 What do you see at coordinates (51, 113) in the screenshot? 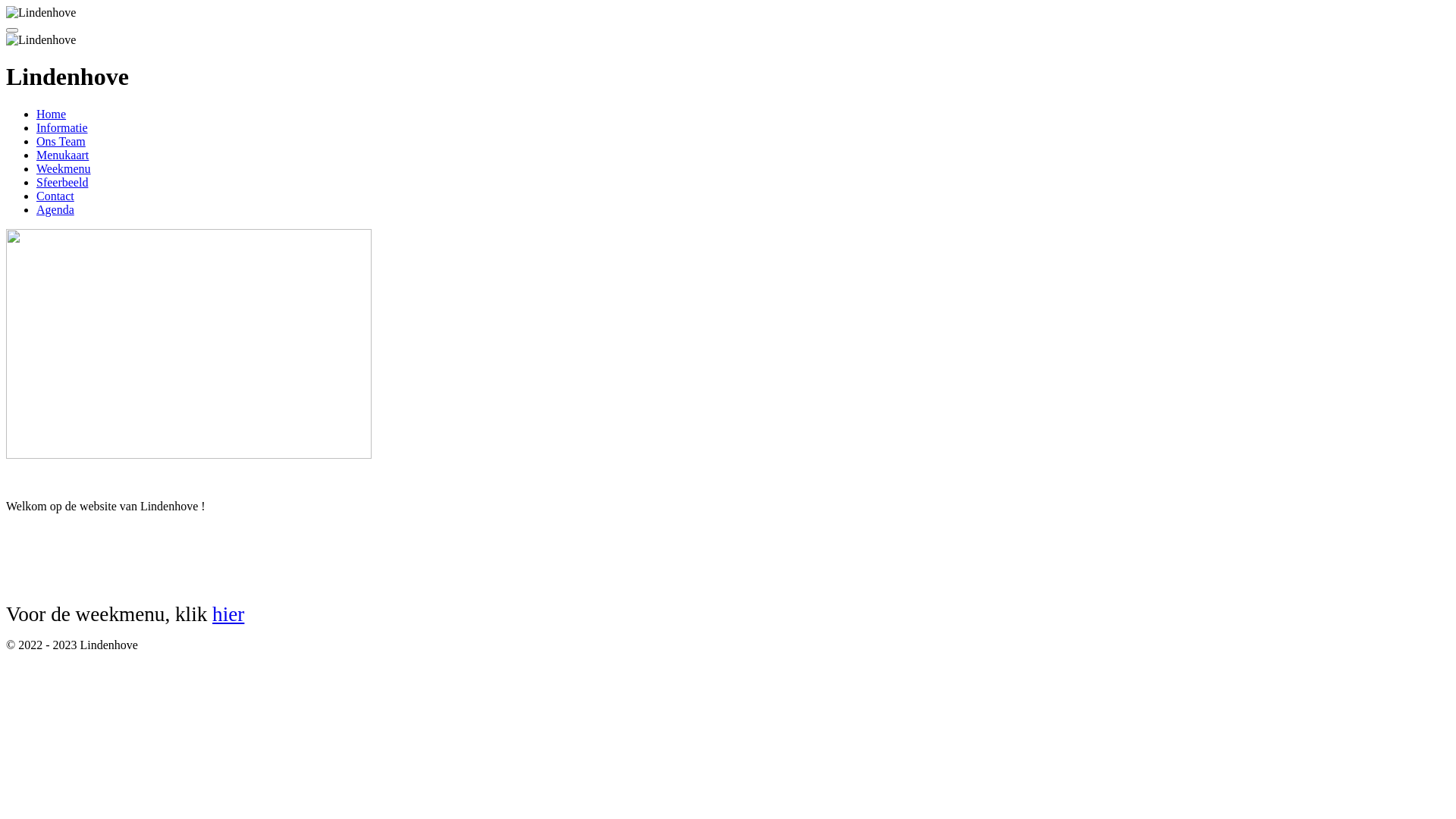
I see `'Home'` at bounding box center [51, 113].